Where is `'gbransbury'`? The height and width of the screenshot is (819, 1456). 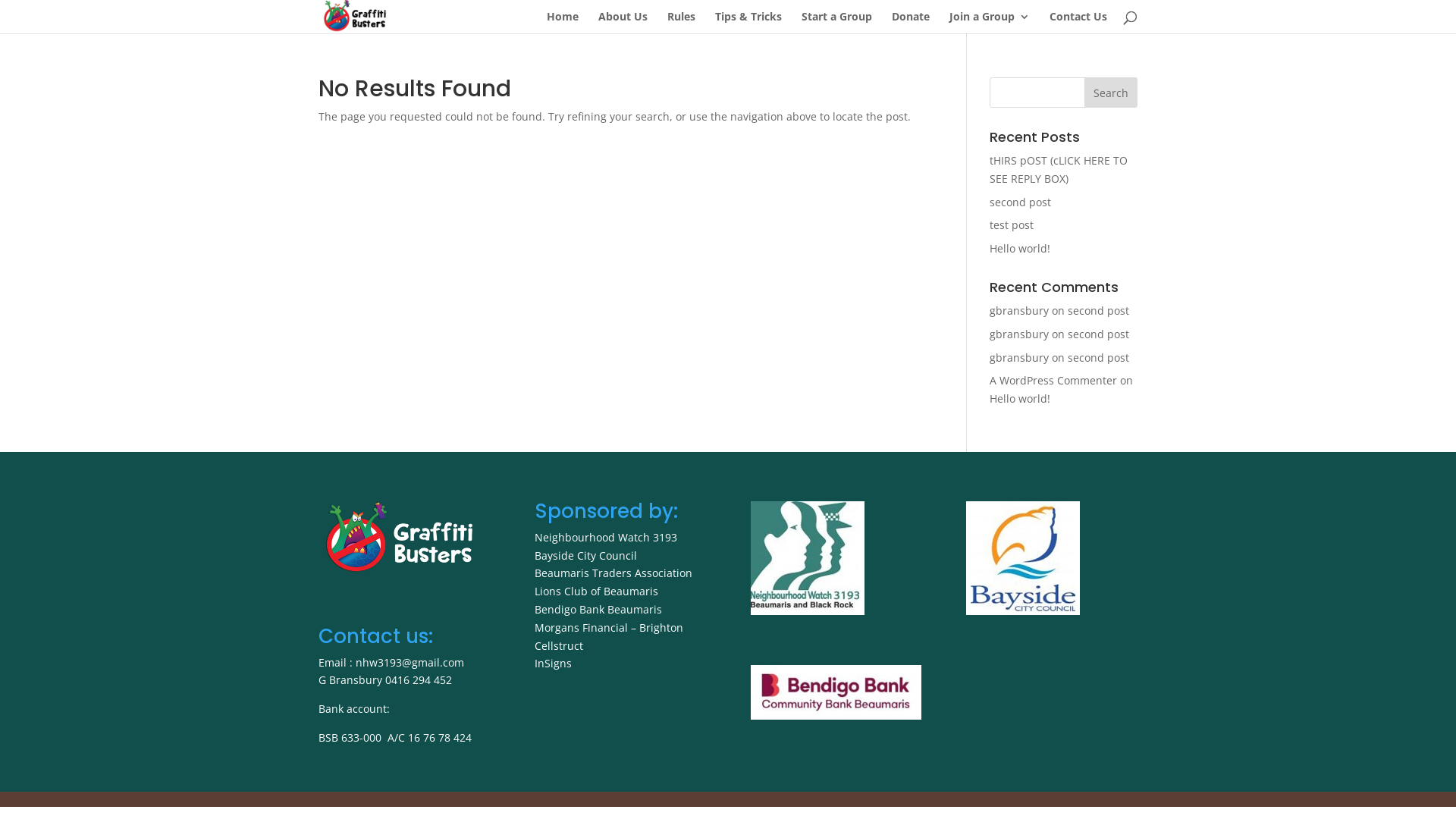
'gbransbury' is located at coordinates (990, 333).